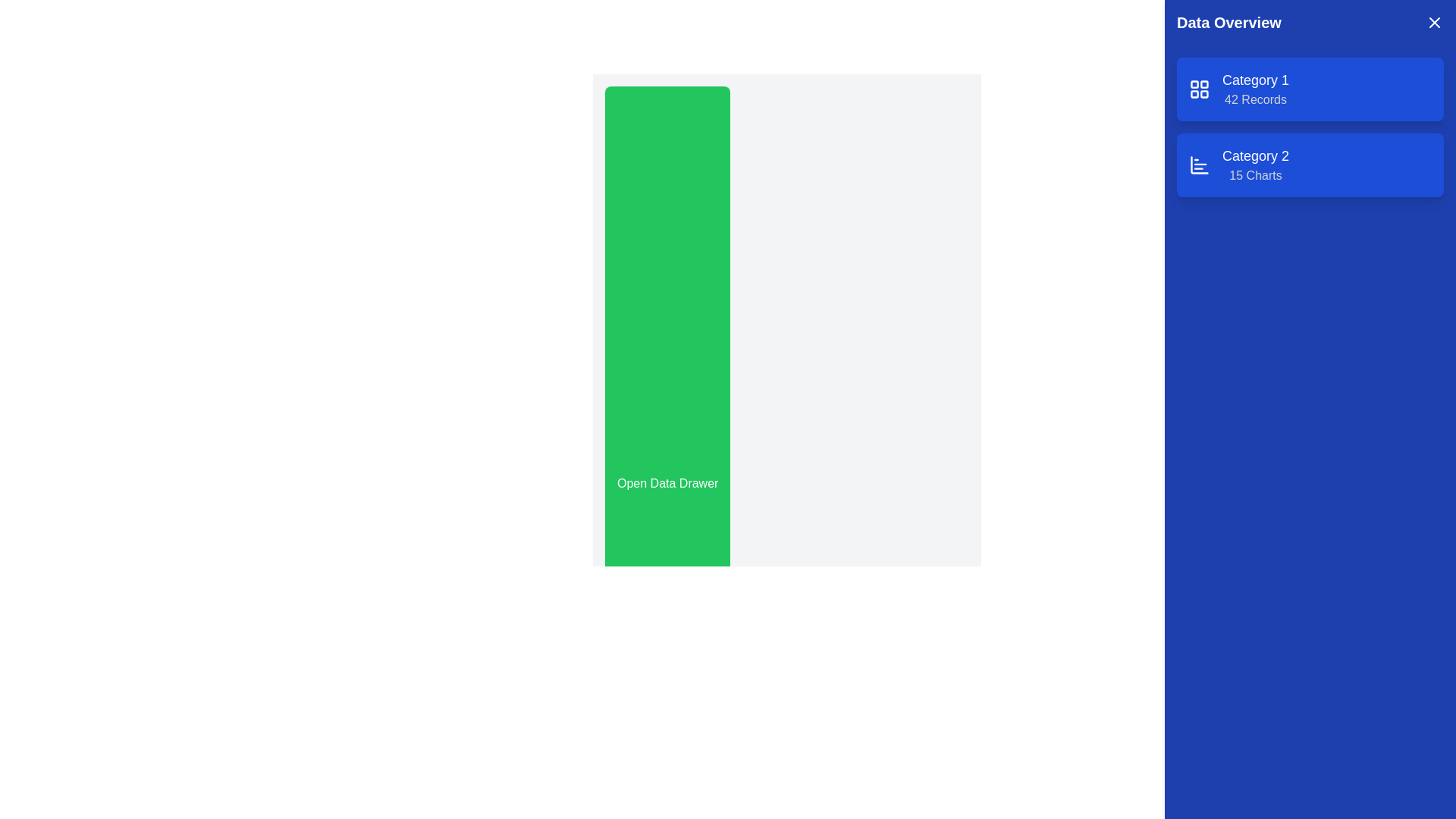  Describe the element at coordinates (667, 483) in the screenshot. I see `the 'Open Data Drawer' button to open the drawer` at that location.